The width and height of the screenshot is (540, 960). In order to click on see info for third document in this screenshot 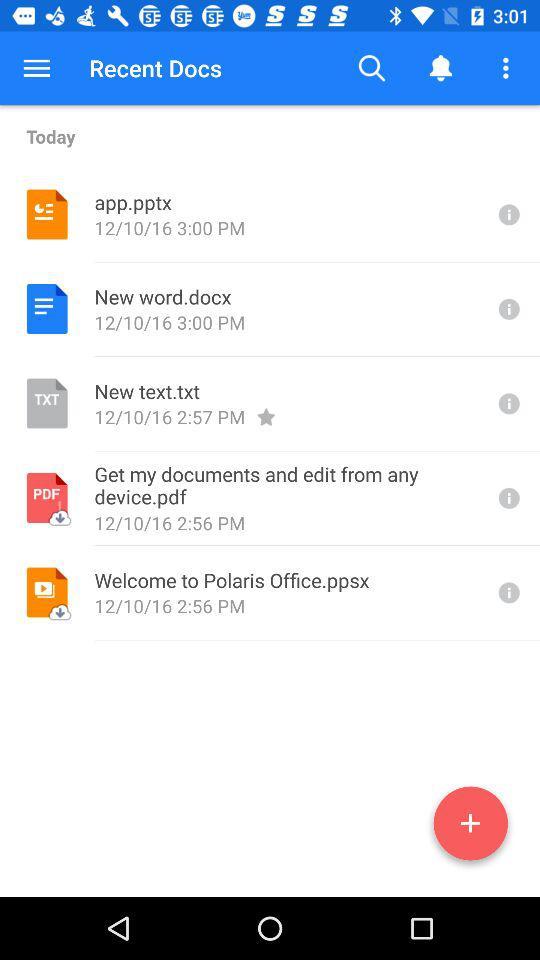, I will do `click(507, 402)`.